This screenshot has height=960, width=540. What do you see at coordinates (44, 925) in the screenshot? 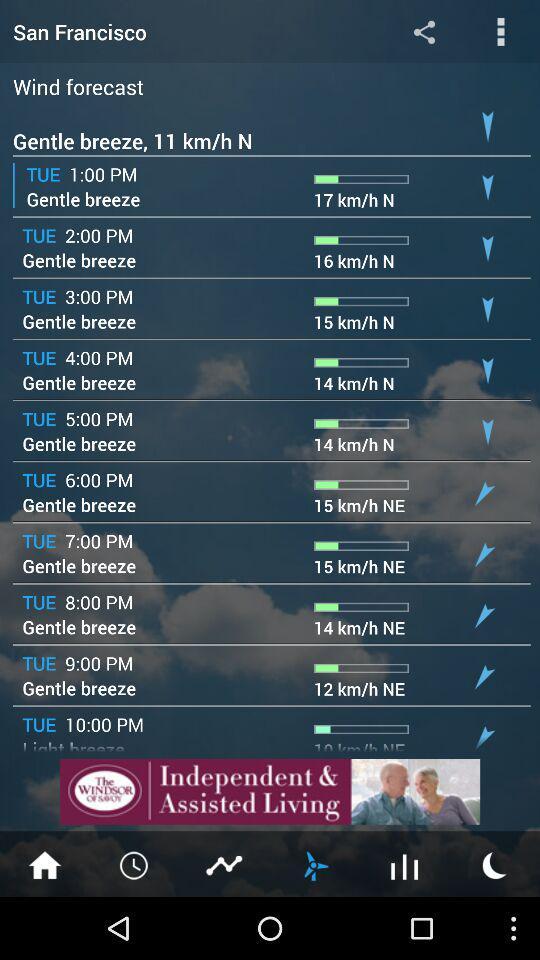
I see `the home icon` at bounding box center [44, 925].